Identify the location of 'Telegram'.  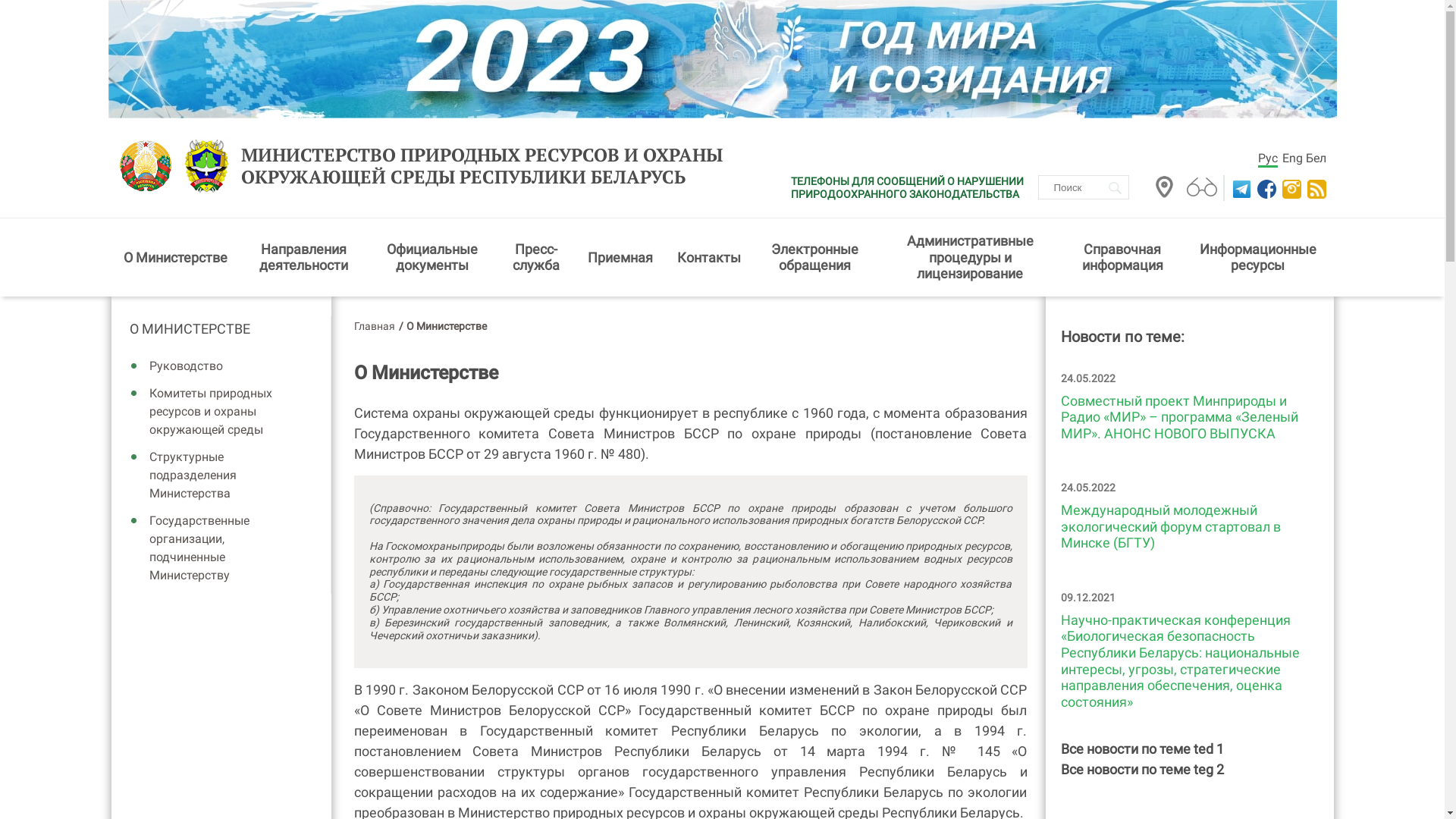
(1231, 188).